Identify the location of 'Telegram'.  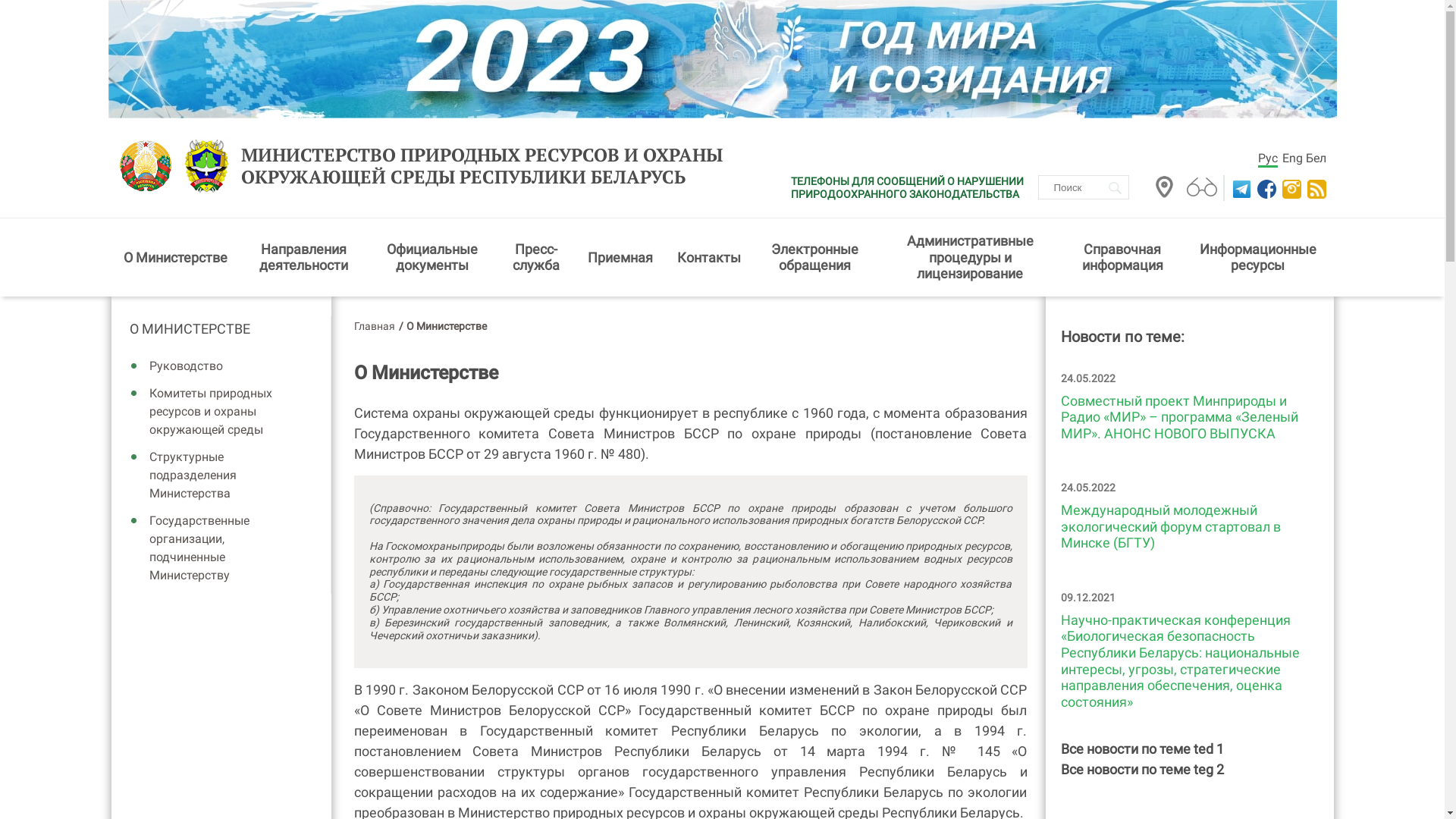
(1231, 188).